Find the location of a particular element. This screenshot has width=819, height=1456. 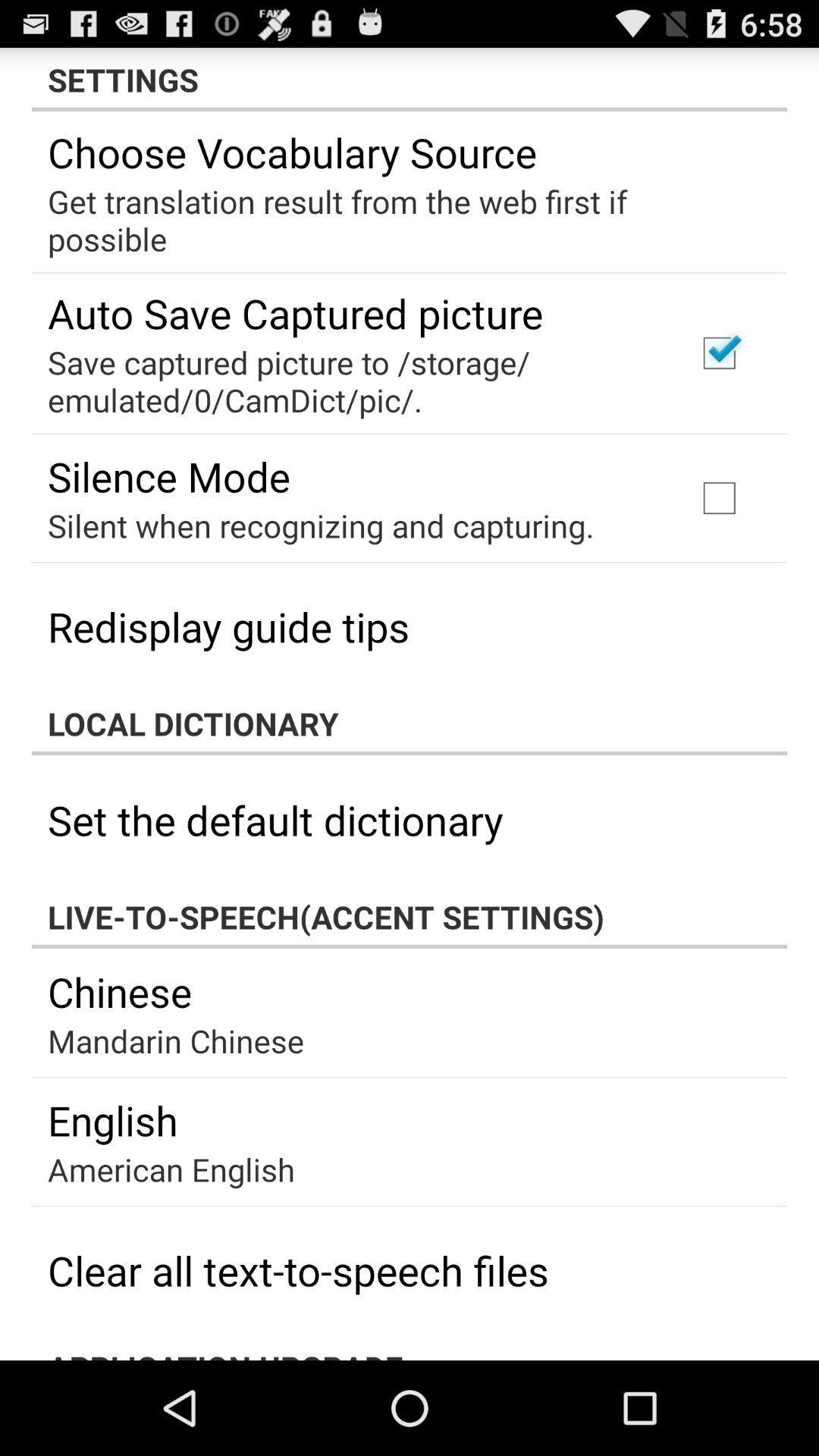

clear all text is located at coordinates (298, 1270).